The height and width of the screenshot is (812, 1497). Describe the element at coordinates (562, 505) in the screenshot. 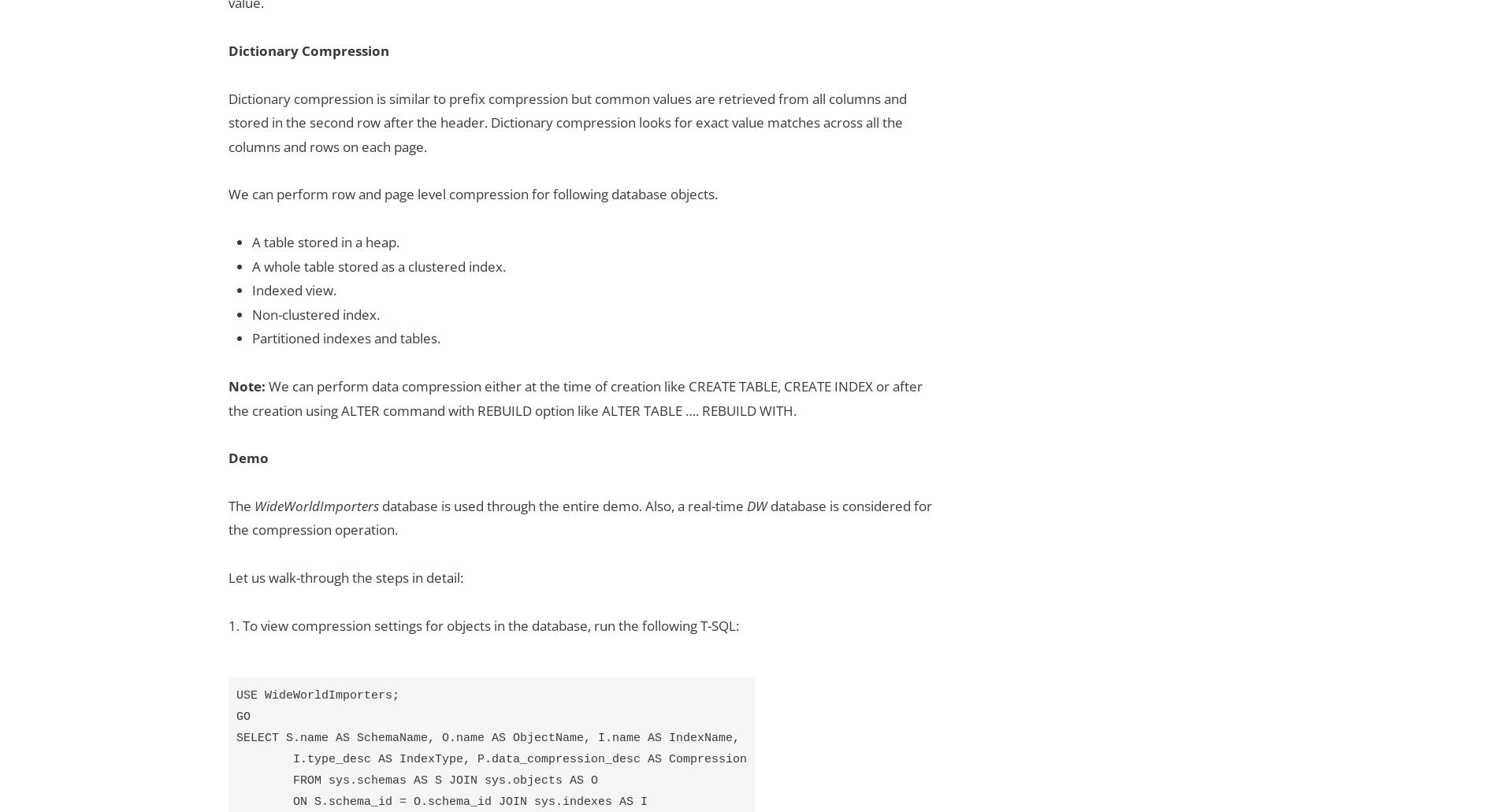

I see `'database is used through the entire demo. Also, a real-time'` at that location.